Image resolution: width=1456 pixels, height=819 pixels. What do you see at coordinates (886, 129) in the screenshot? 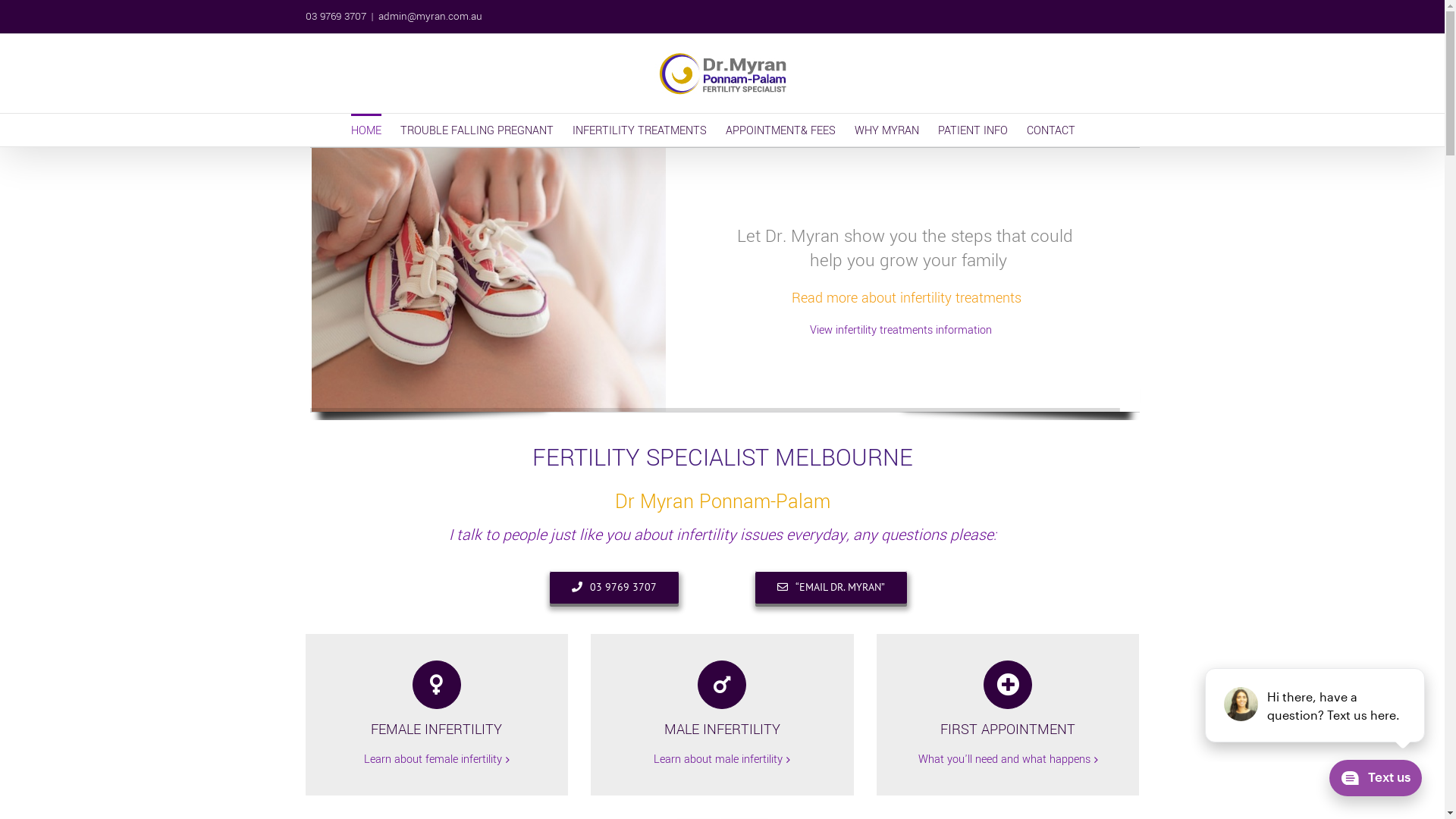
I see `'WHY MYRAN'` at bounding box center [886, 129].